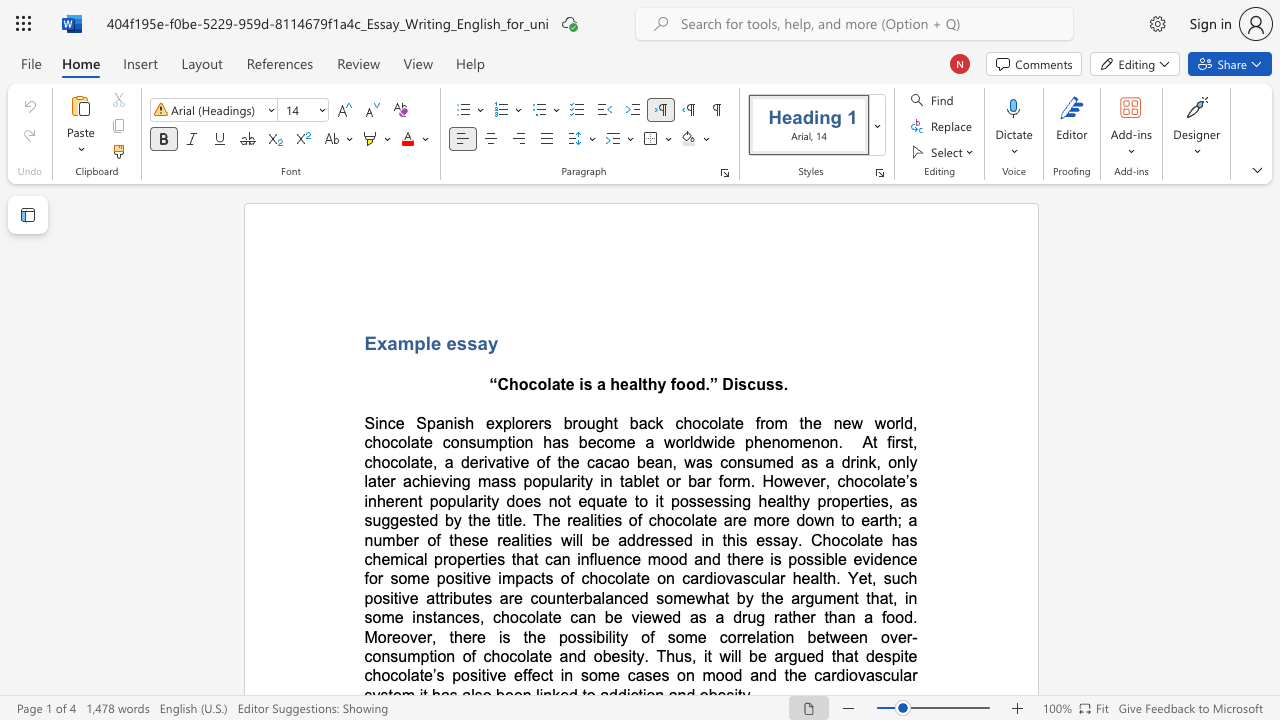 The image size is (1280, 720). What do you see at coordinates (674, 519) in the screenshot?
I see `the subset text "colate are more down to earth; a number of" within the text "healthy properties, as suggested by the title. The realities of chocolate are more down to earth; a number of these realities will be addressed in this essay. Chocolate has ch"` at bounding box center [674, 519].